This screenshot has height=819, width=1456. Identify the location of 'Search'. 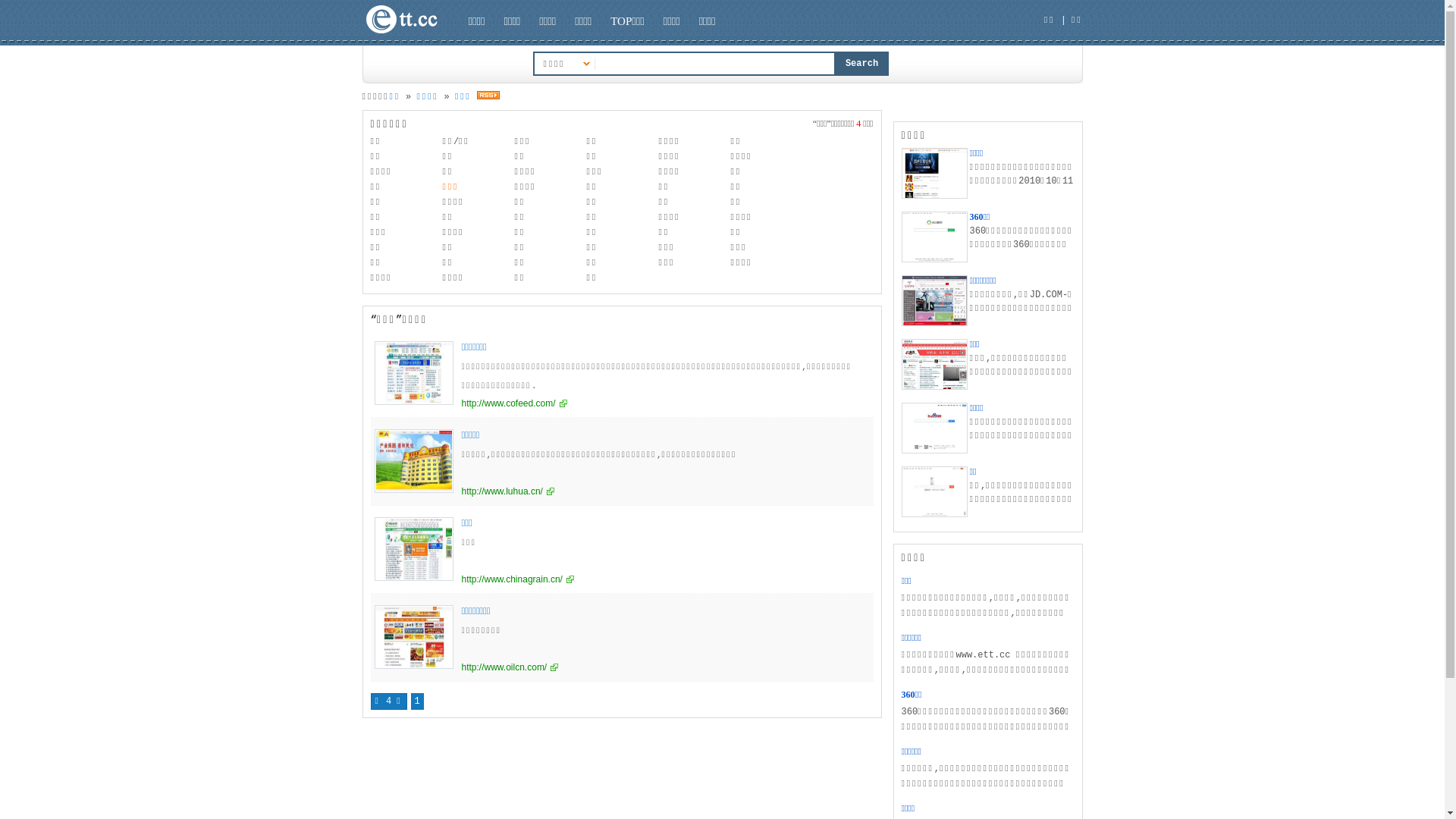
(862, 63).